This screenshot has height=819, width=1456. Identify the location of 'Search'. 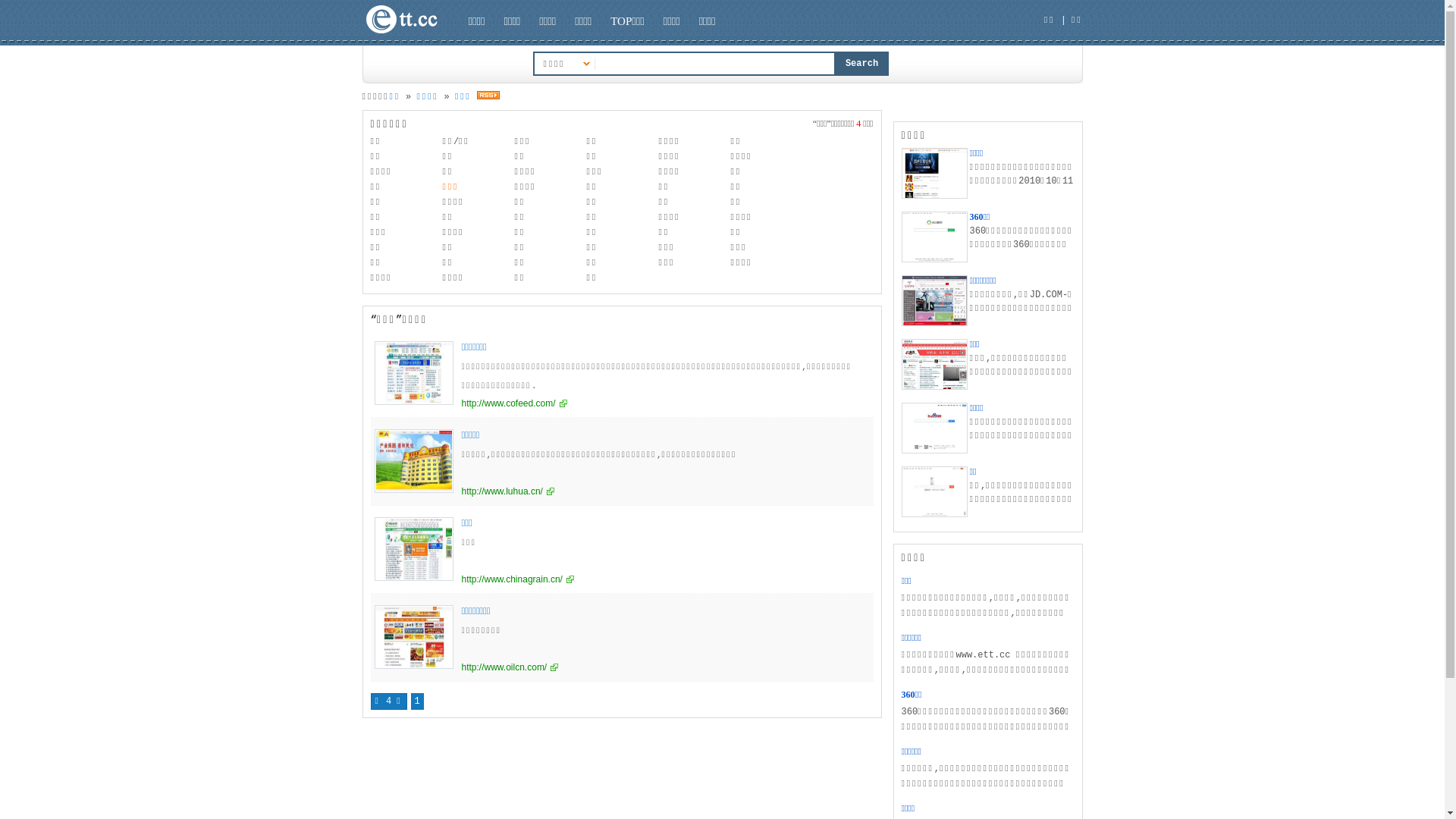
(862, 63).